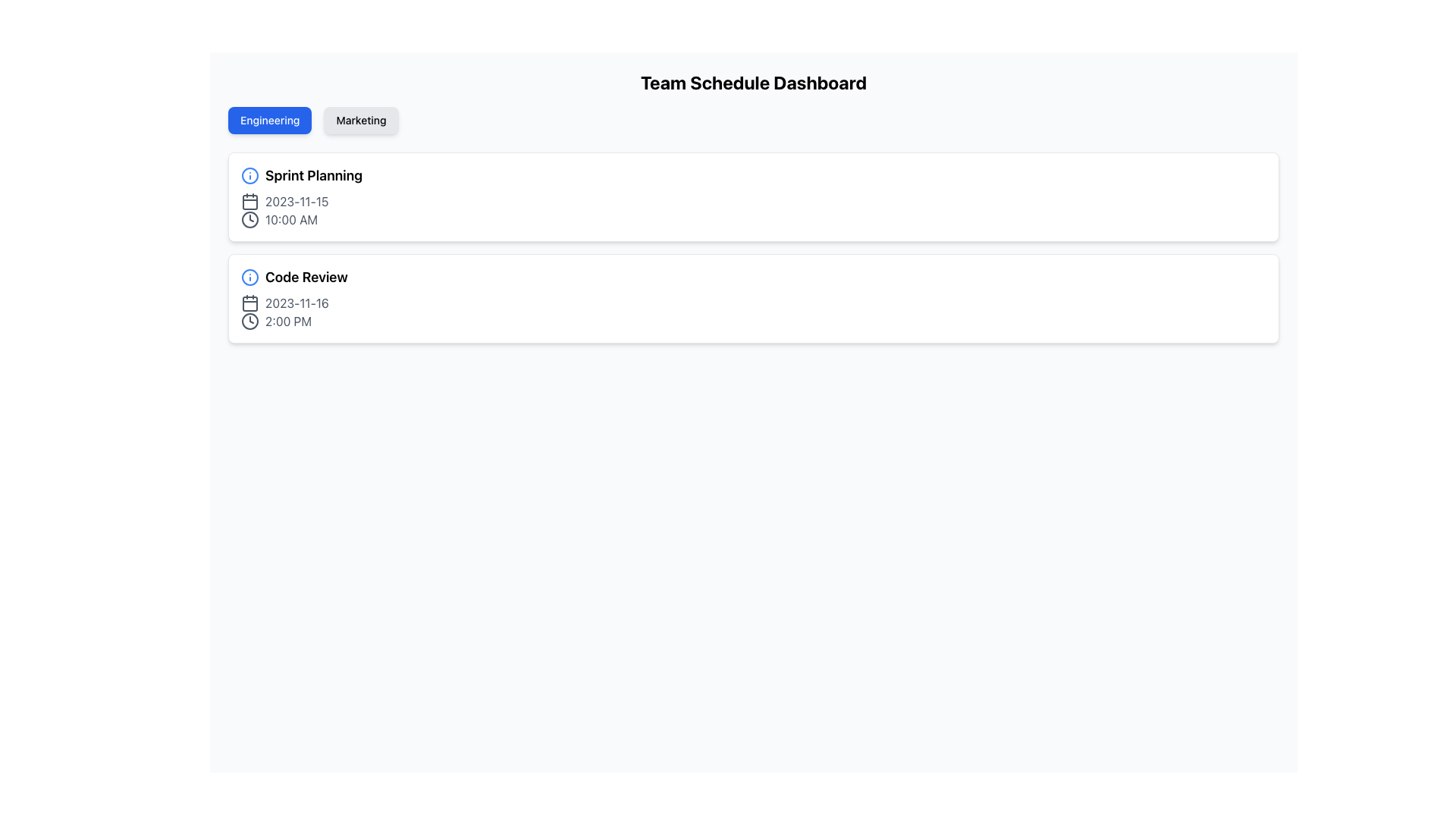  What do you see at coordinates (250, 321) in the screenshot?
I see `the clock icon next to the '2:00 PM' time in the second event item ('Code Review') on the dashboard interface` at bounding box center [250, 321].